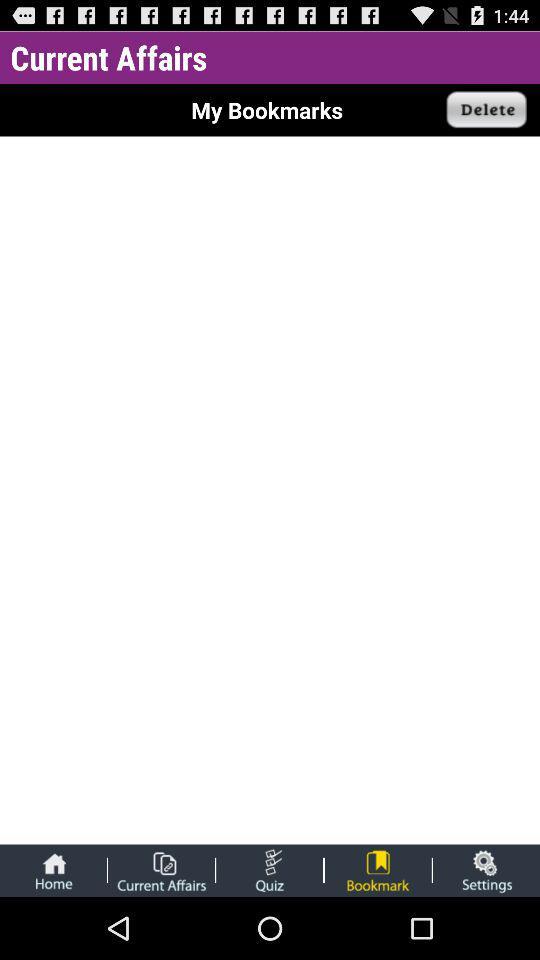  I want to click on start quiz, so click(269, 869).